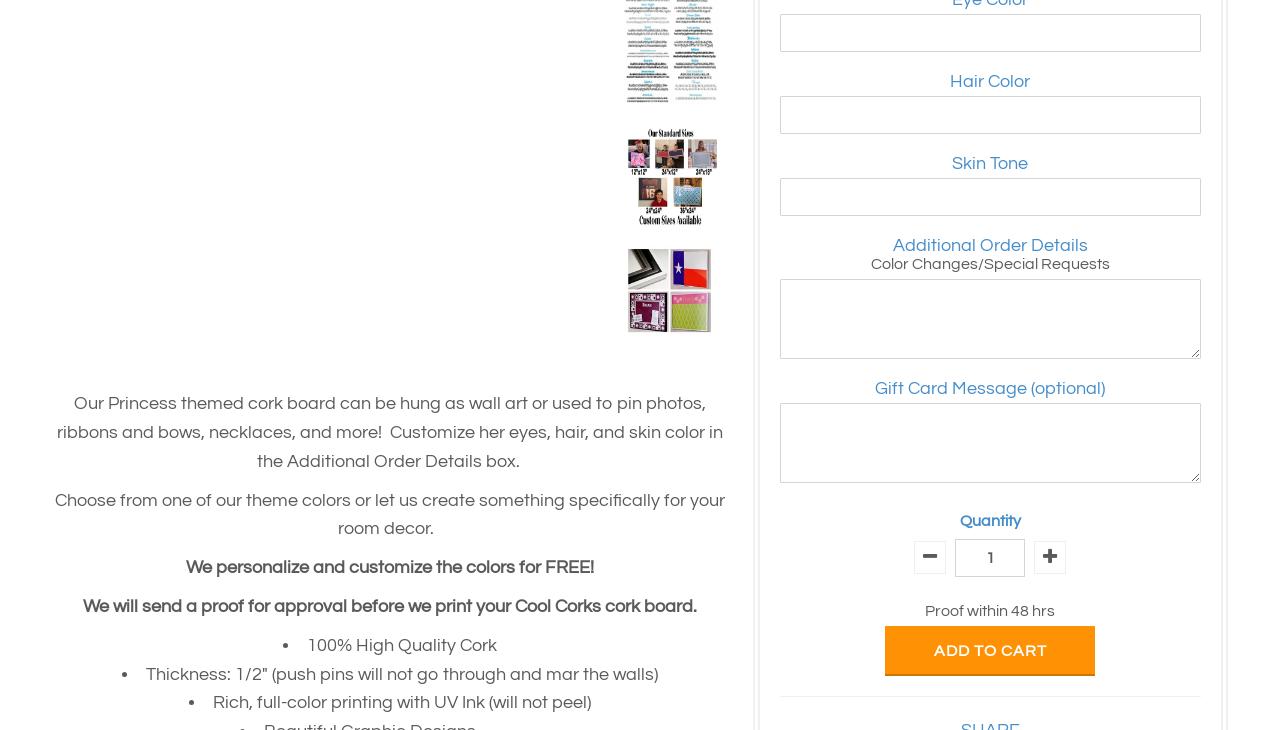 This screenshot has height=730, width=1280. Describe the element at coordinates (989, 520) in the screenshot. I see `'Quantity'` at that location.